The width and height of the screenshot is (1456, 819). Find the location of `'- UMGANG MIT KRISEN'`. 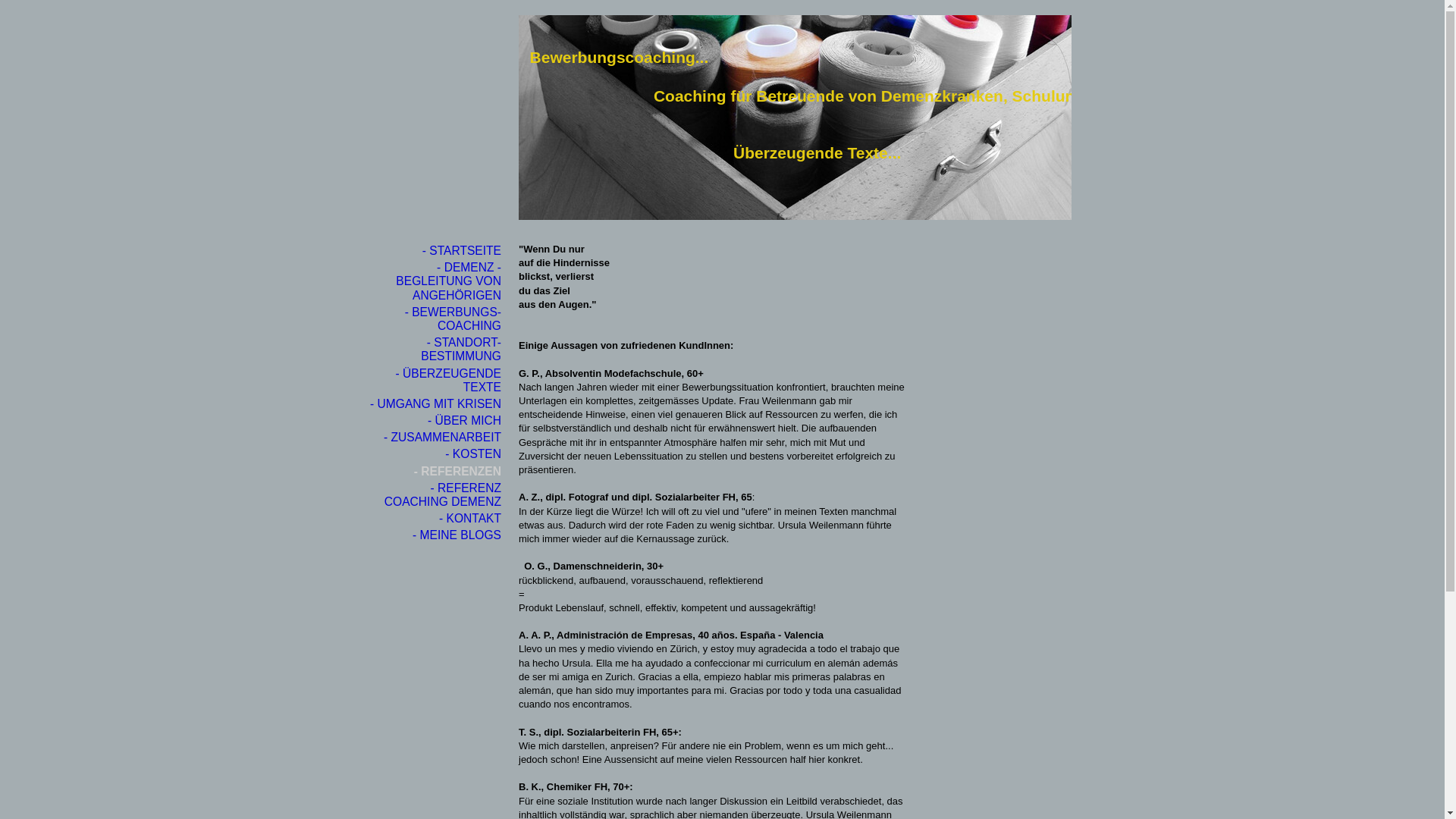

'- UMGANG MIT KRISEN' is located at coordinates (369, 403).